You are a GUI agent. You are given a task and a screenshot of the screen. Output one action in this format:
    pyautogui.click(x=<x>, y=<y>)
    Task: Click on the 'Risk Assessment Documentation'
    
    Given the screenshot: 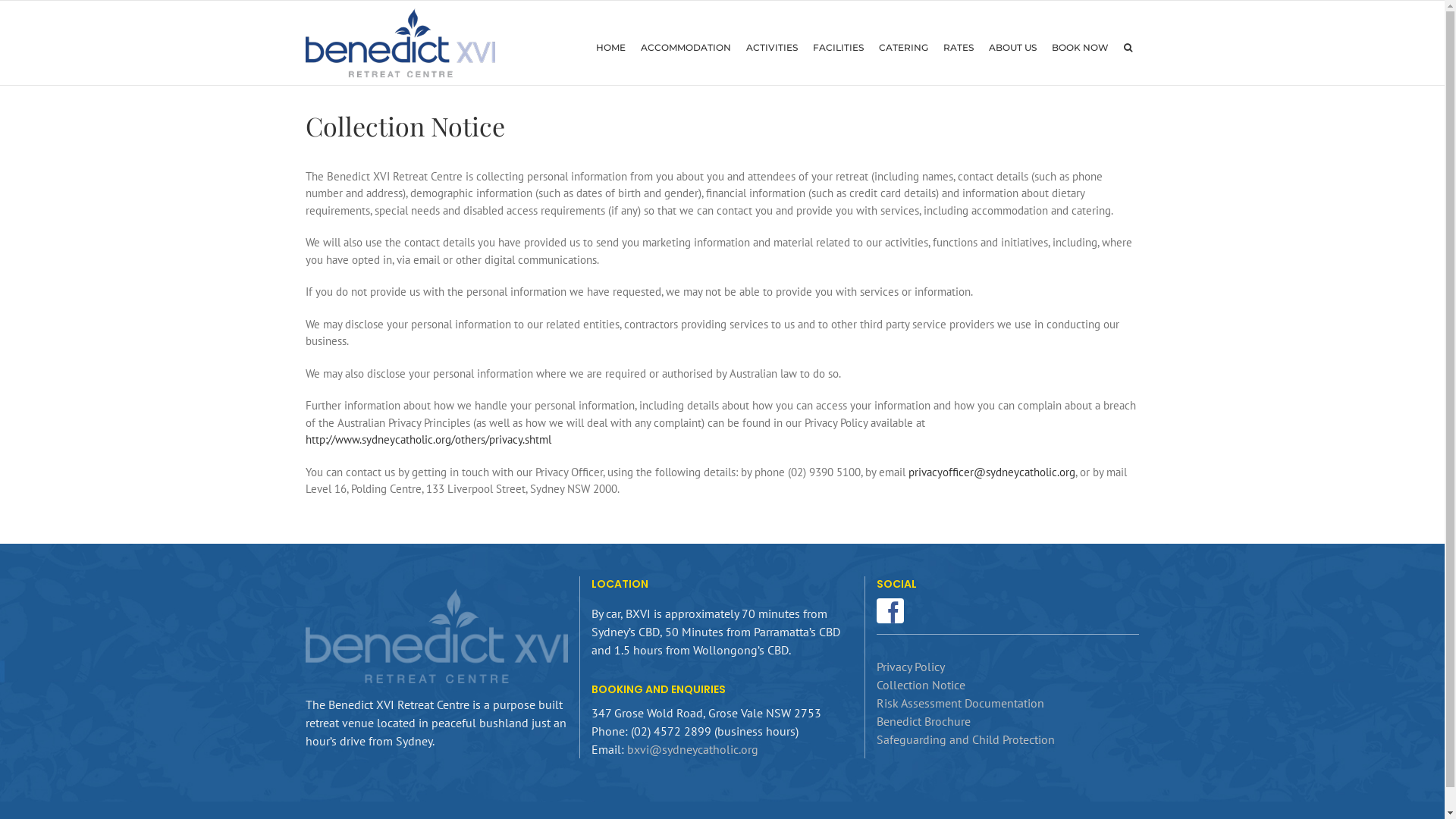 What is the action you would take?
    pyautogui.click(x=959, y=702)
    